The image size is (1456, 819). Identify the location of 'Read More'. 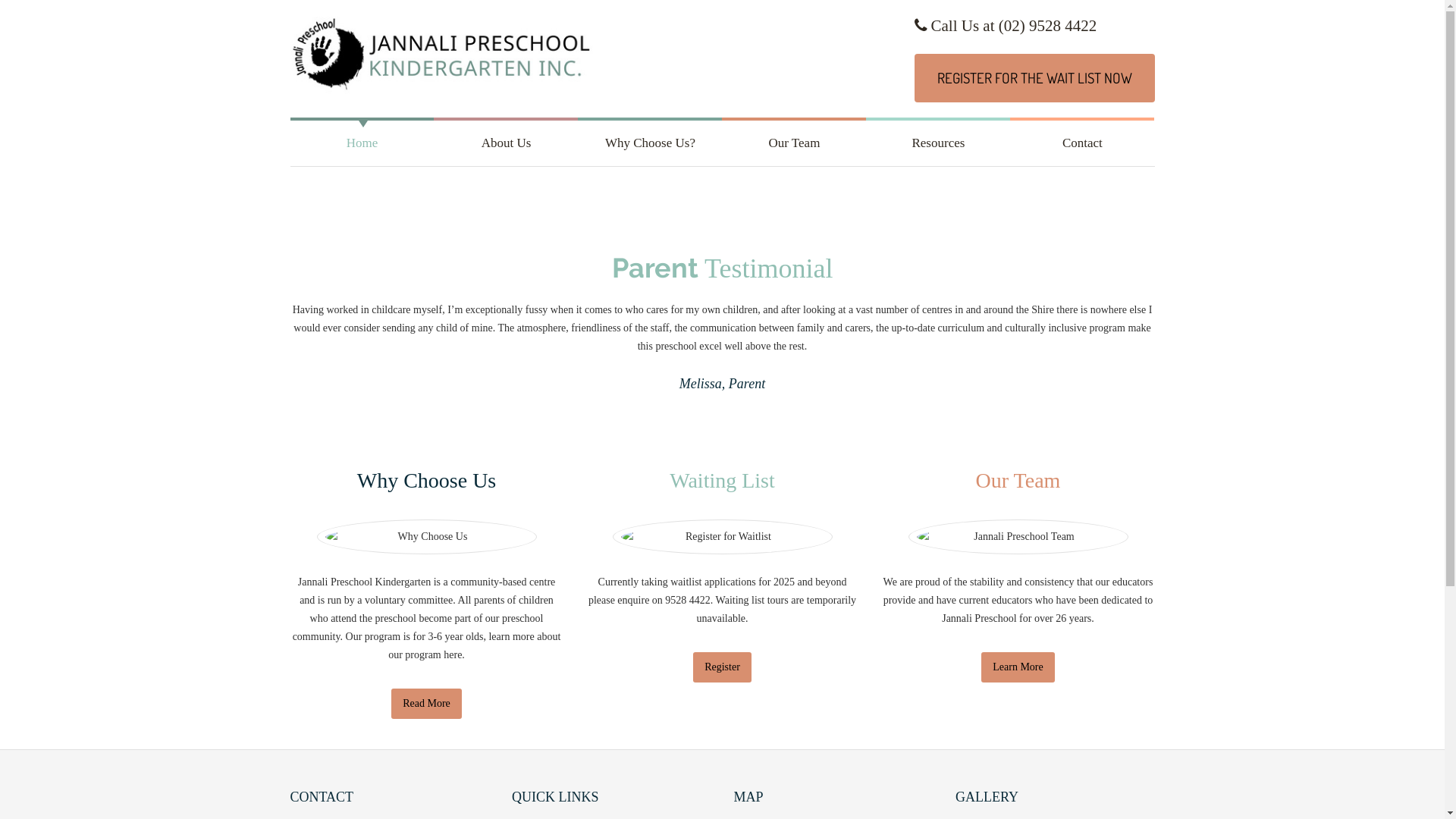
(425, 704).